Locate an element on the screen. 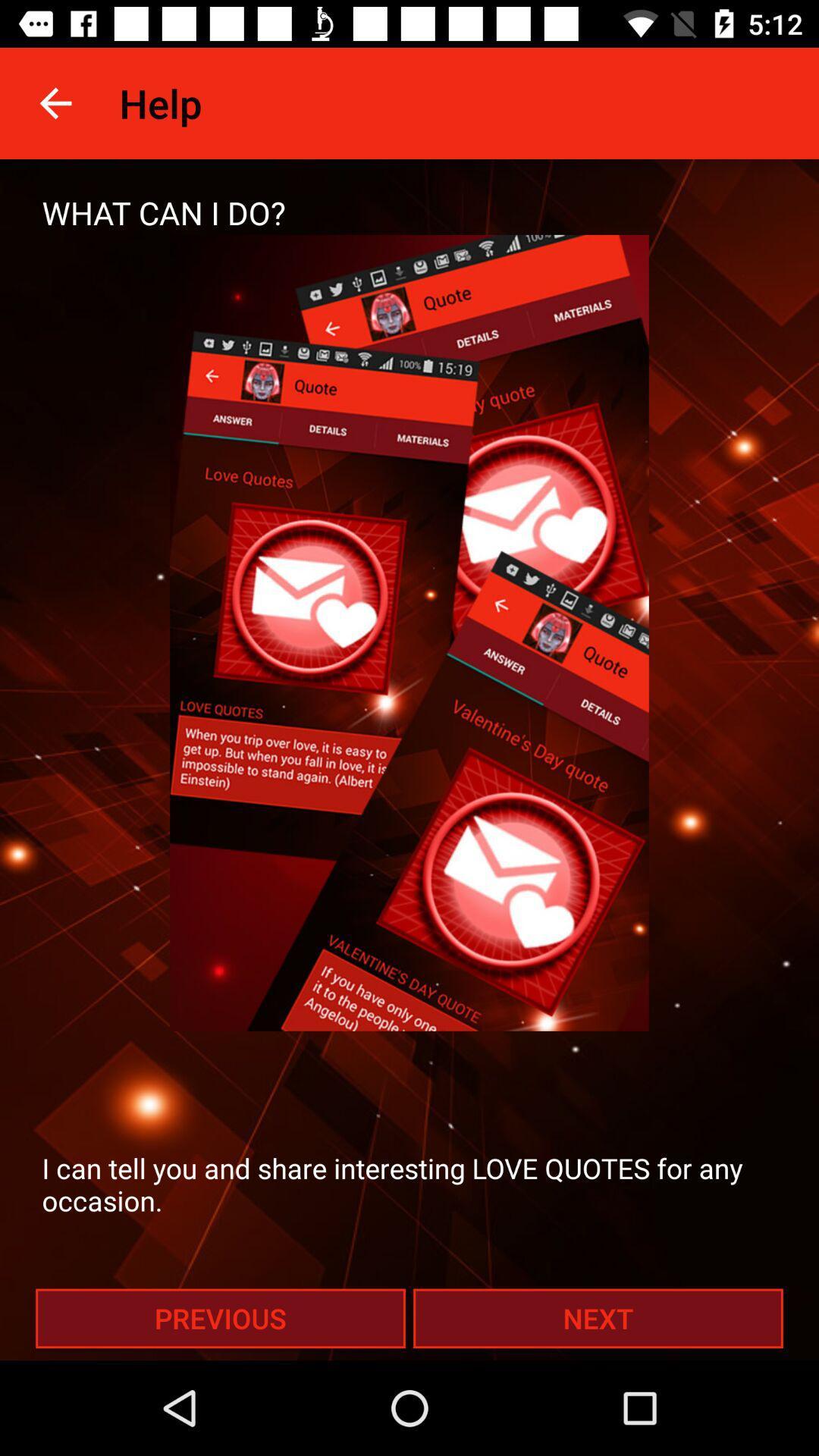 The image size is (819, 1456). the icon at the bottom left corner is located at coordinates (220, 1317).